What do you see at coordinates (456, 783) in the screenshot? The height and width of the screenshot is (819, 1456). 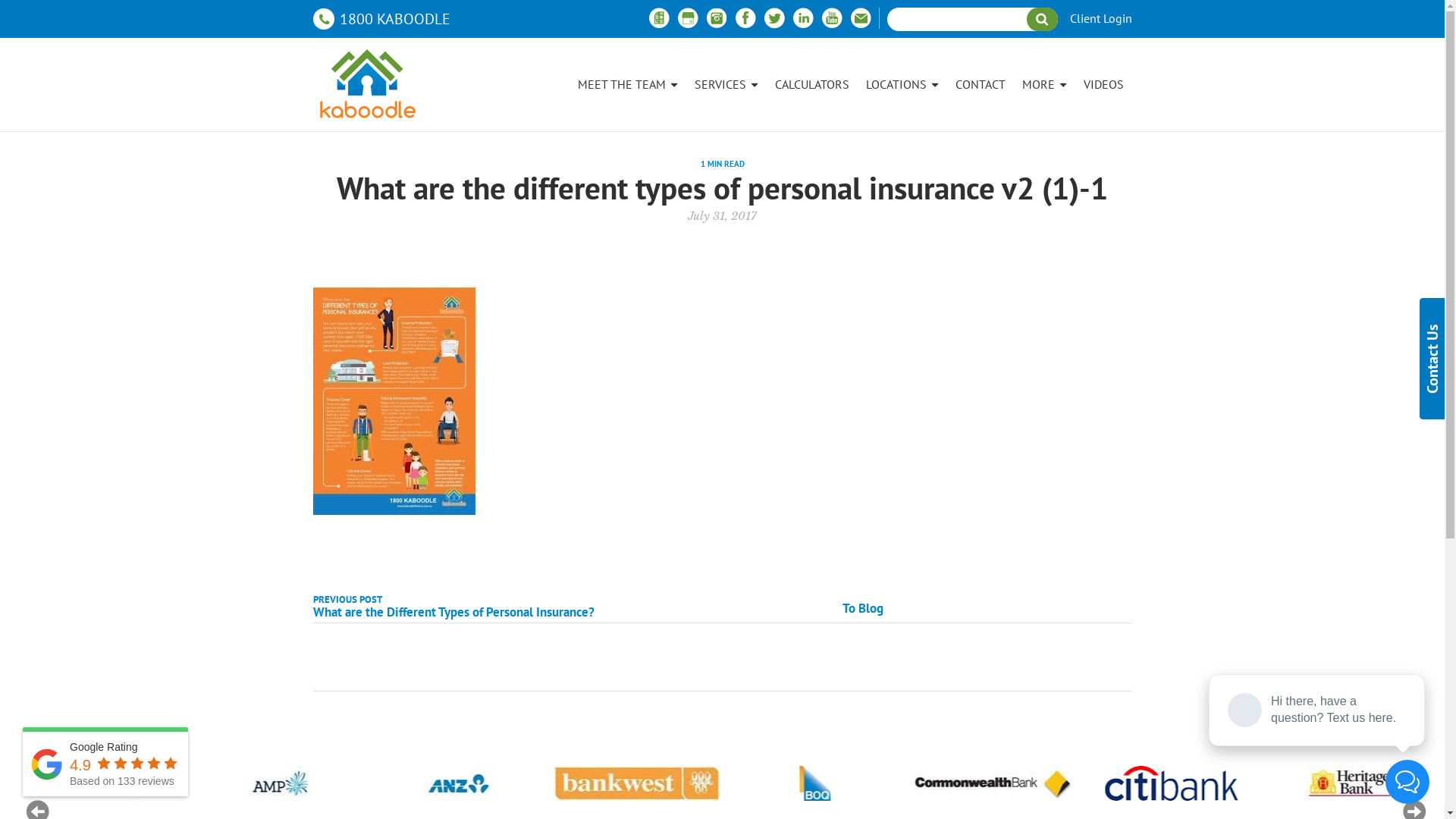 I see `'Logo 04'` at bounding box center [456, 783].